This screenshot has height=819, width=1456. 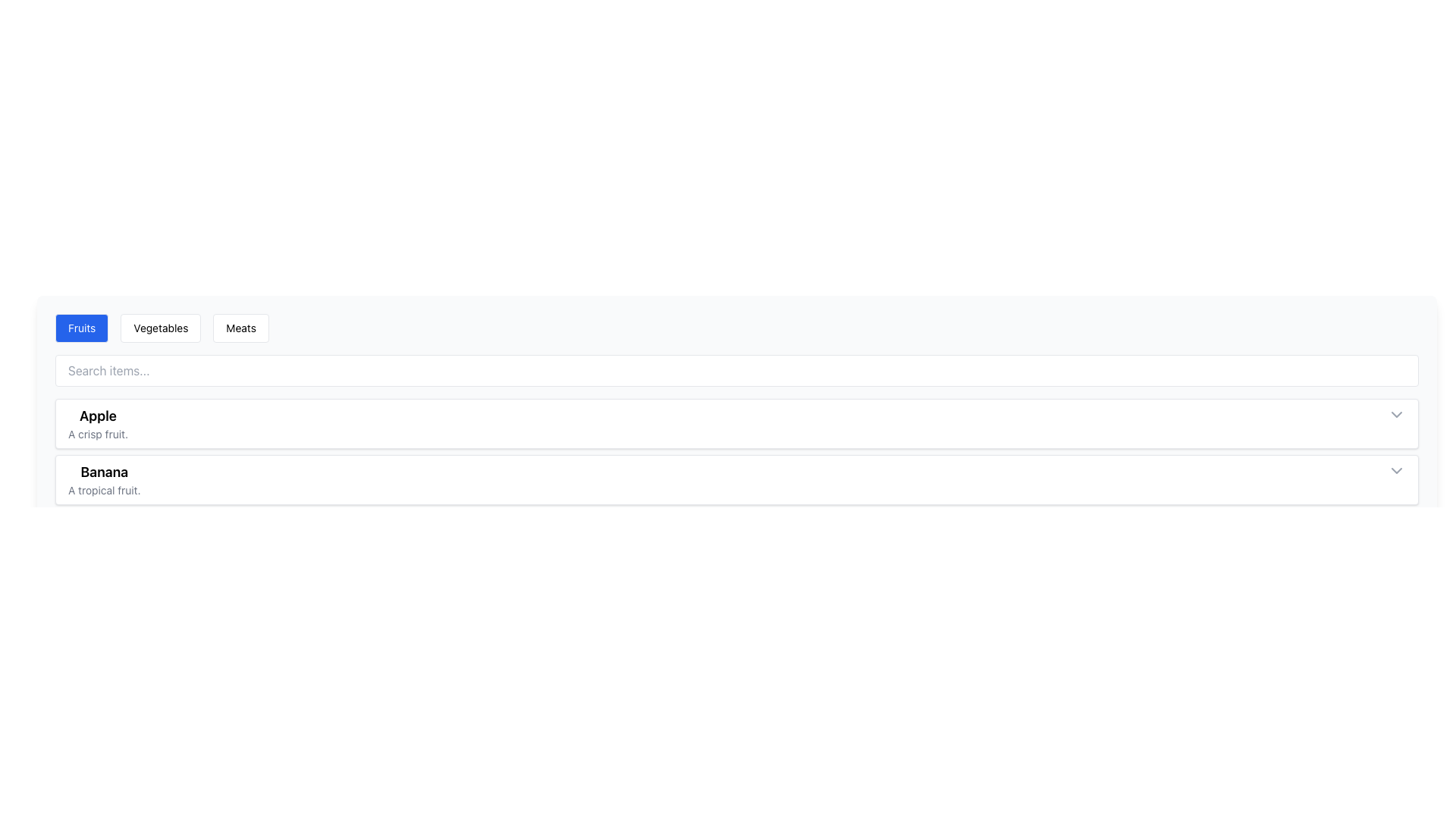 I want to click on the icon located at the right end of the section displaying the label 'Banana' and its description, so click(x=1396, y=470).